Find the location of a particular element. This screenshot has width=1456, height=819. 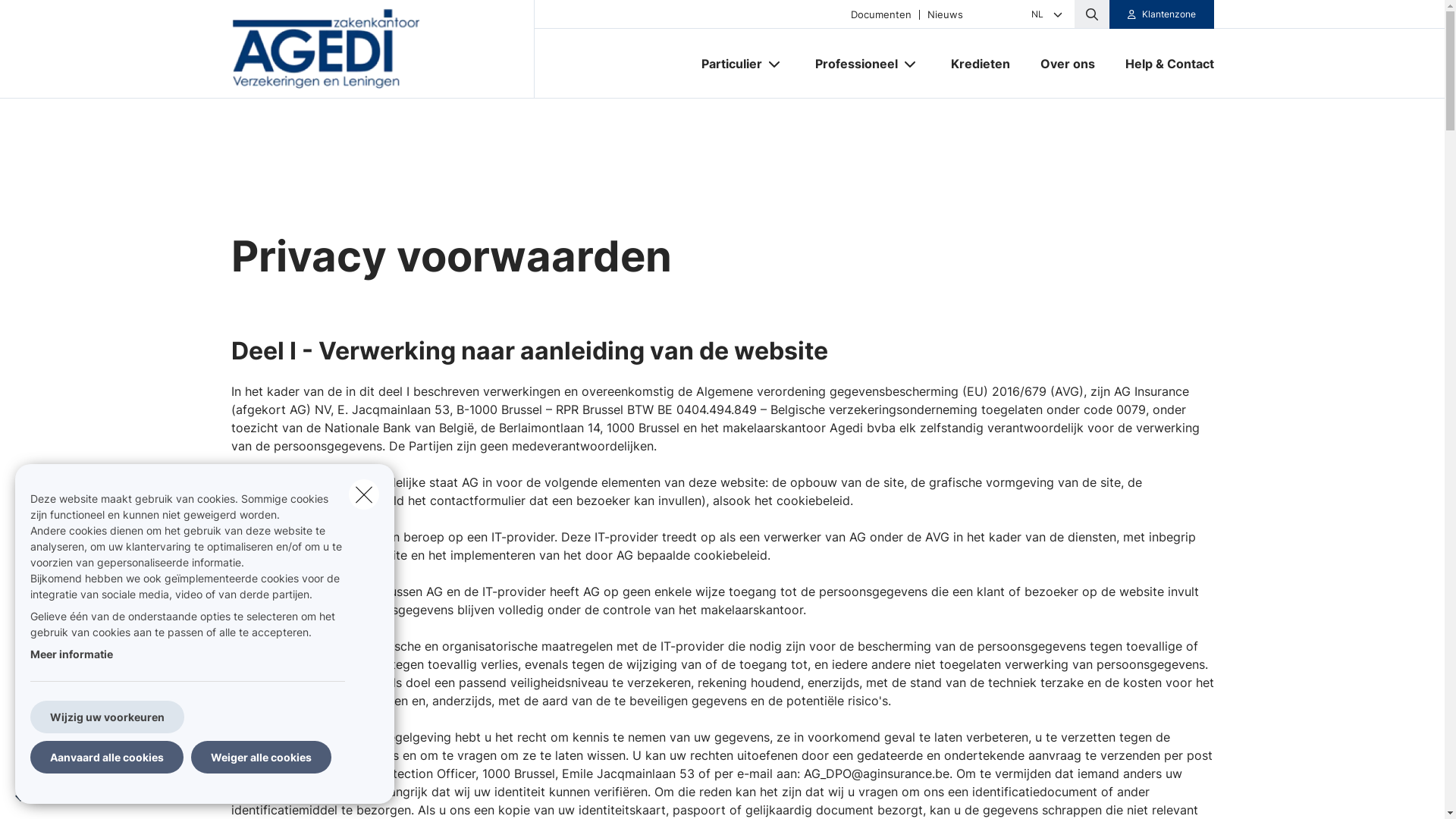

'Wijzig uw voorkeuren' is located at coordinates (106, 717).